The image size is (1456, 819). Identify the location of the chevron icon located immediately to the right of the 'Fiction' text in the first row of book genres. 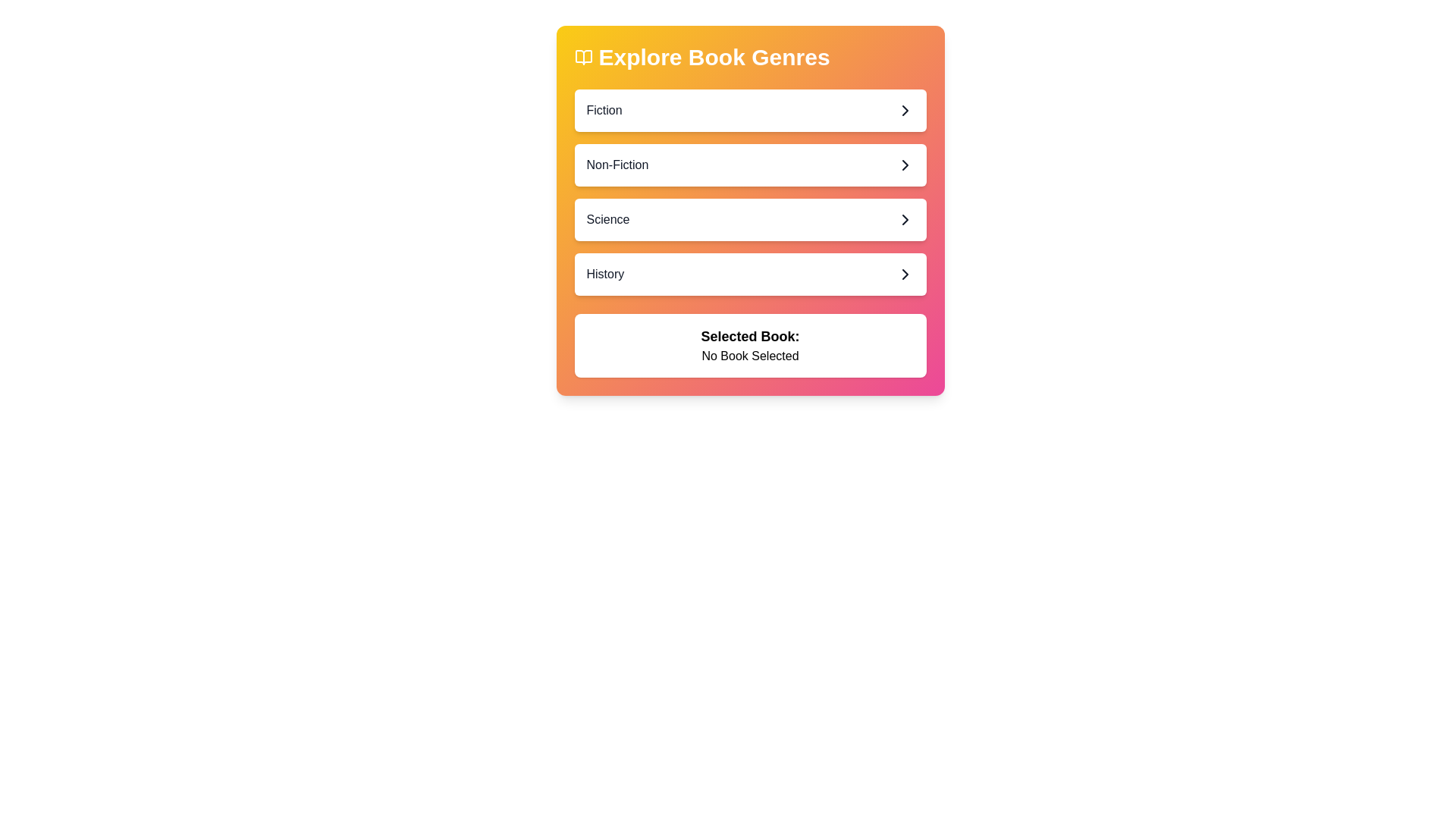
(905, 110).